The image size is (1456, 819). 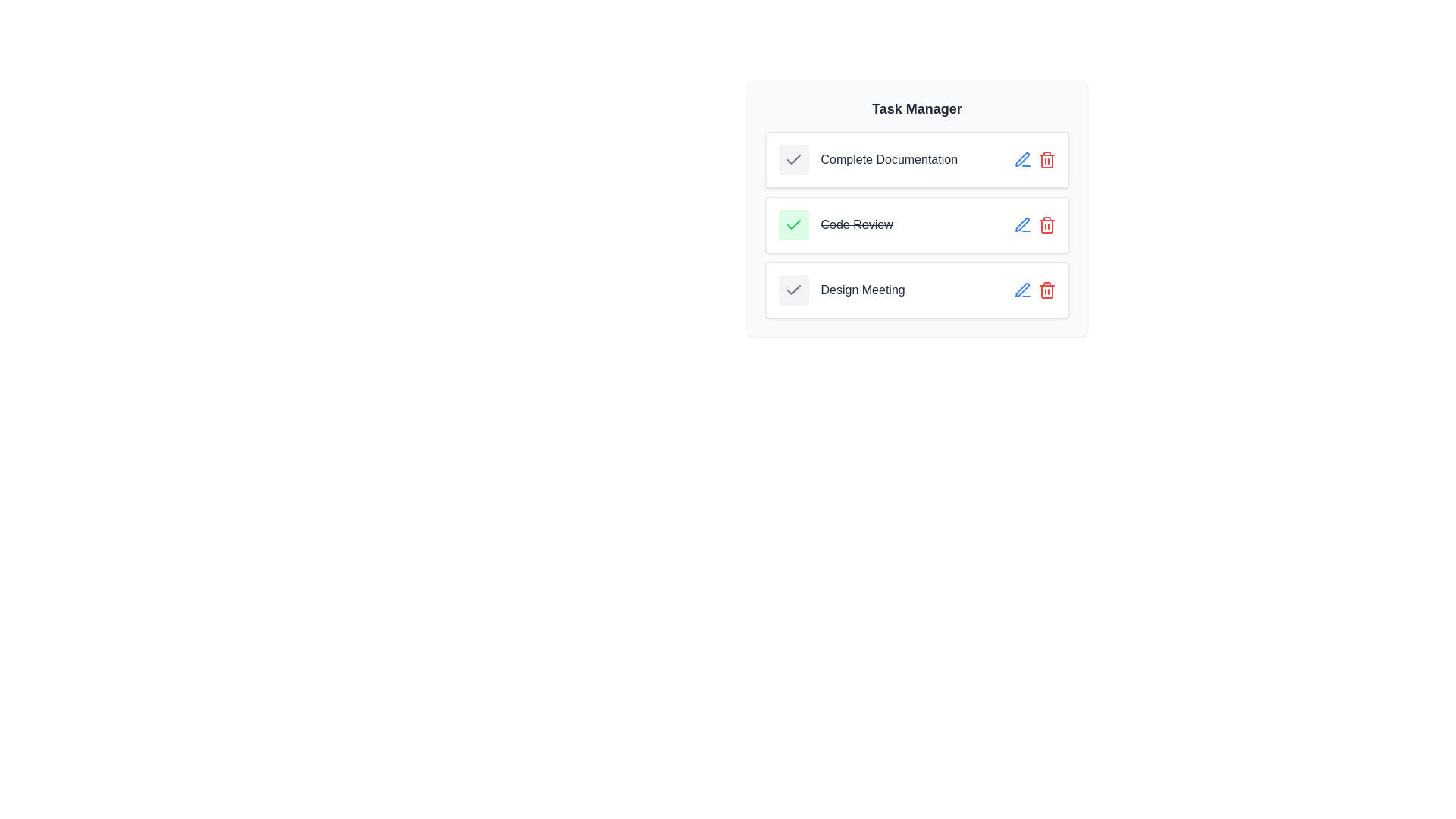 I want to click on the minimalist checkmark icon located to the right of the 'Code Review' task item to mark the task as complete, so click(x=792, y=290).